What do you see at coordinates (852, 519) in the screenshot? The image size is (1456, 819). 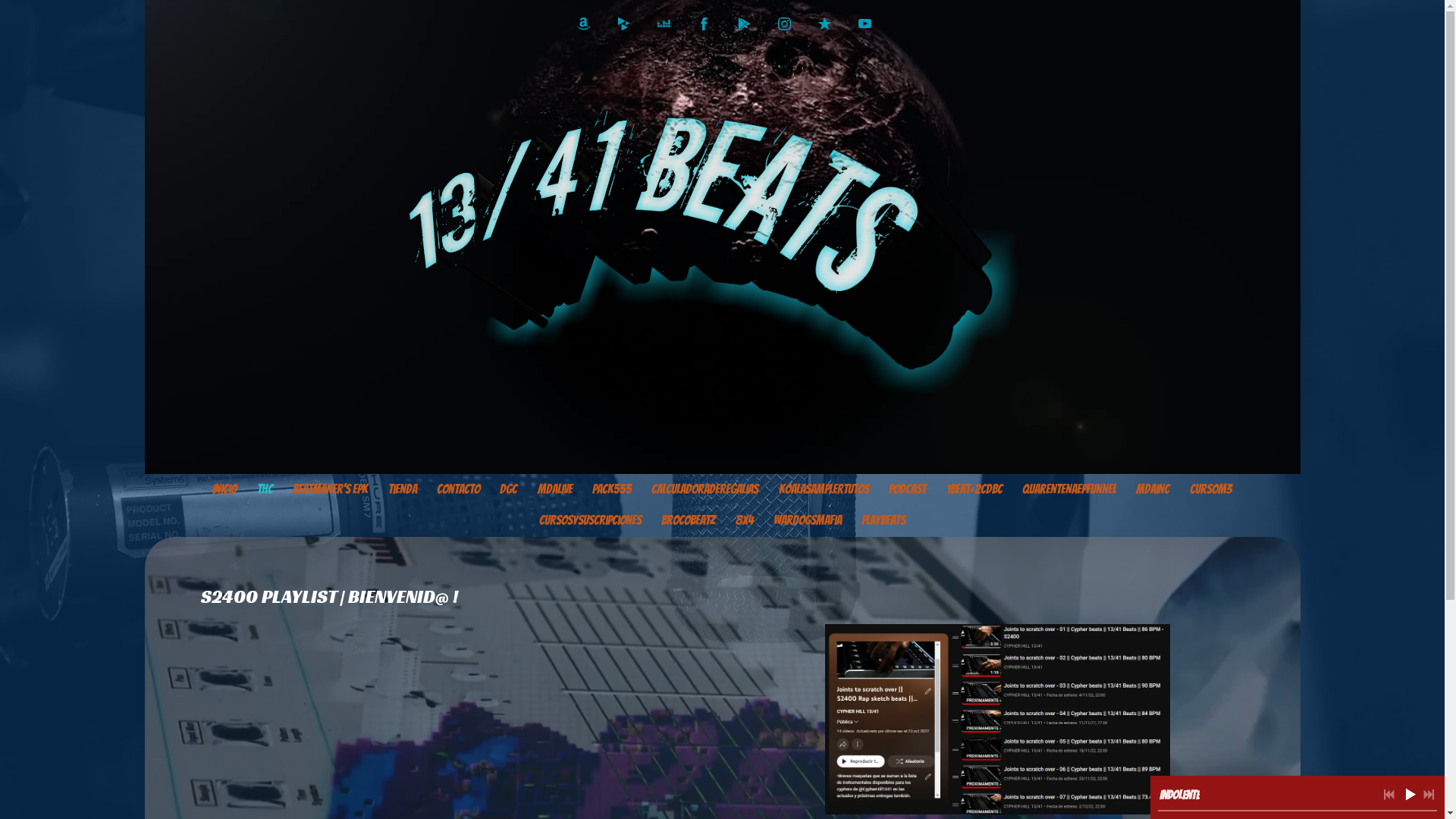 I see `'PlayBeats'` at bounding box center [852, 519].